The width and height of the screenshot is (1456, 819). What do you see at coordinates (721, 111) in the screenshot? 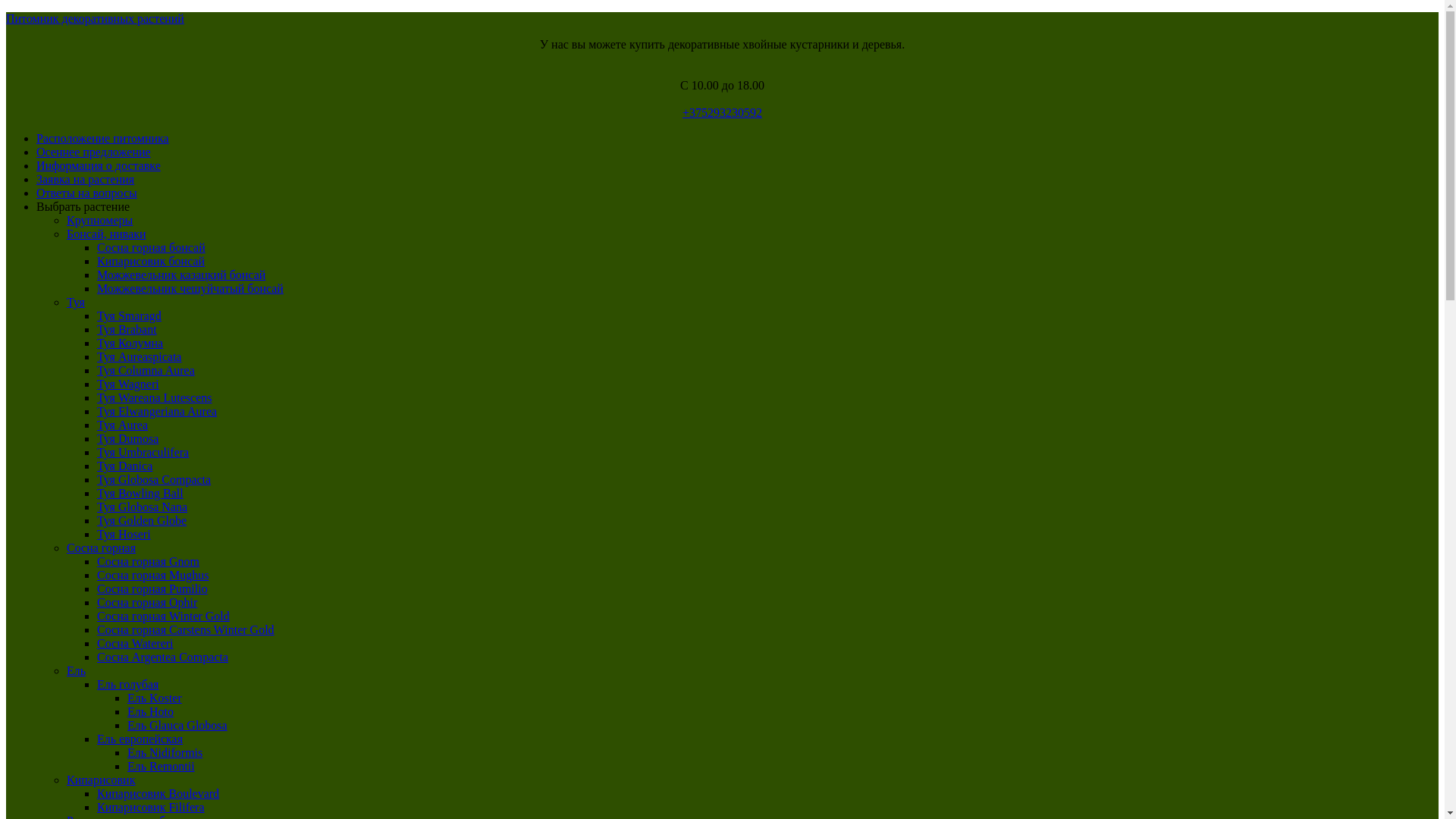
I see `'+375293230592'` at bounding box center [721, 111].